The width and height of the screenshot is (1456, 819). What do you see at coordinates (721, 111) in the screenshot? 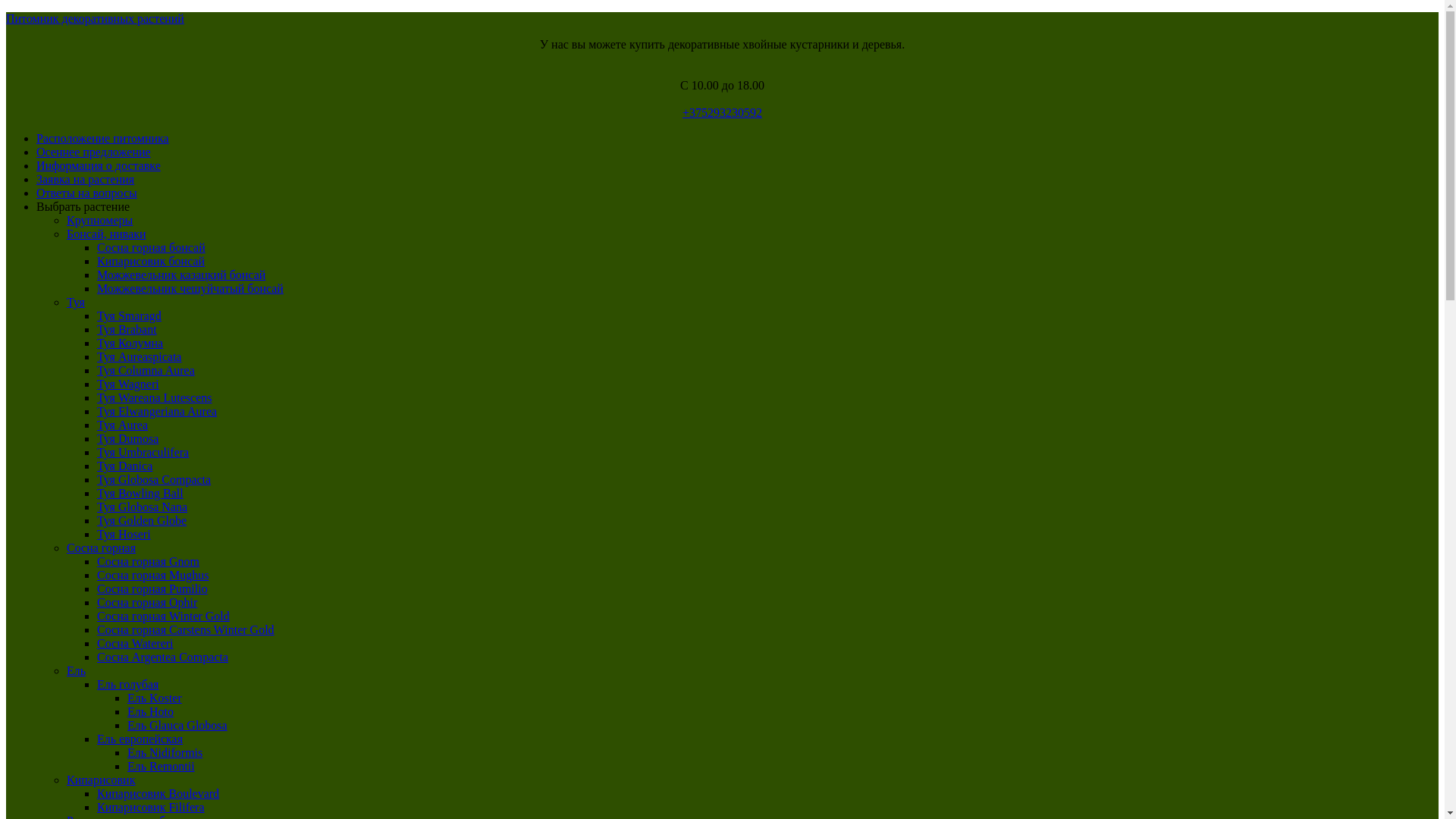
I see `'+375293230592'` at bounding box center [721, 111].